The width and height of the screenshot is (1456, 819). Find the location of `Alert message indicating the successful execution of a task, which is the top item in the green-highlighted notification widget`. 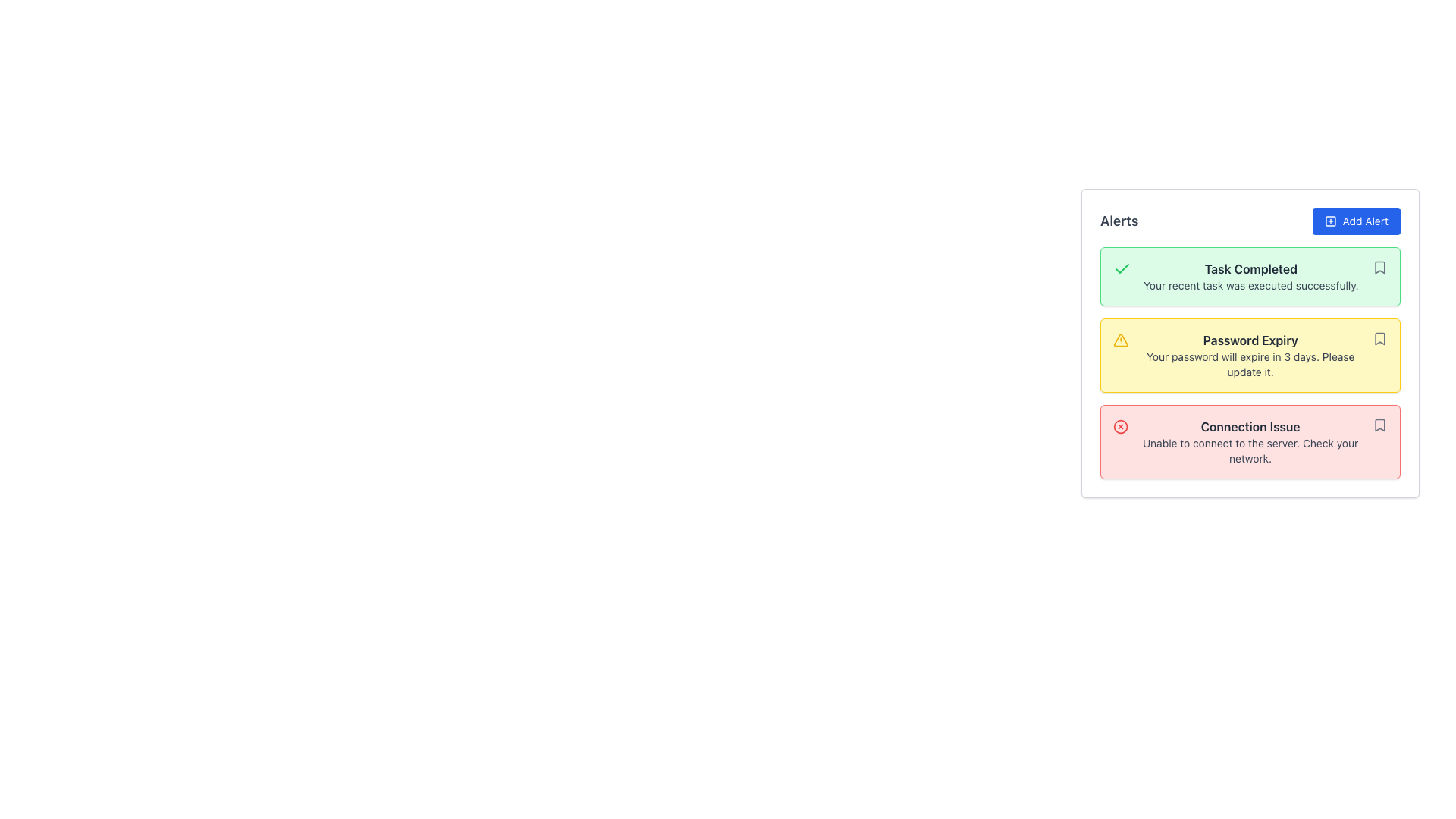

Alert message indicating the successful execution of a task, which is the top item in the green-highlighted notification widget is located at coordinates (1250, 277).